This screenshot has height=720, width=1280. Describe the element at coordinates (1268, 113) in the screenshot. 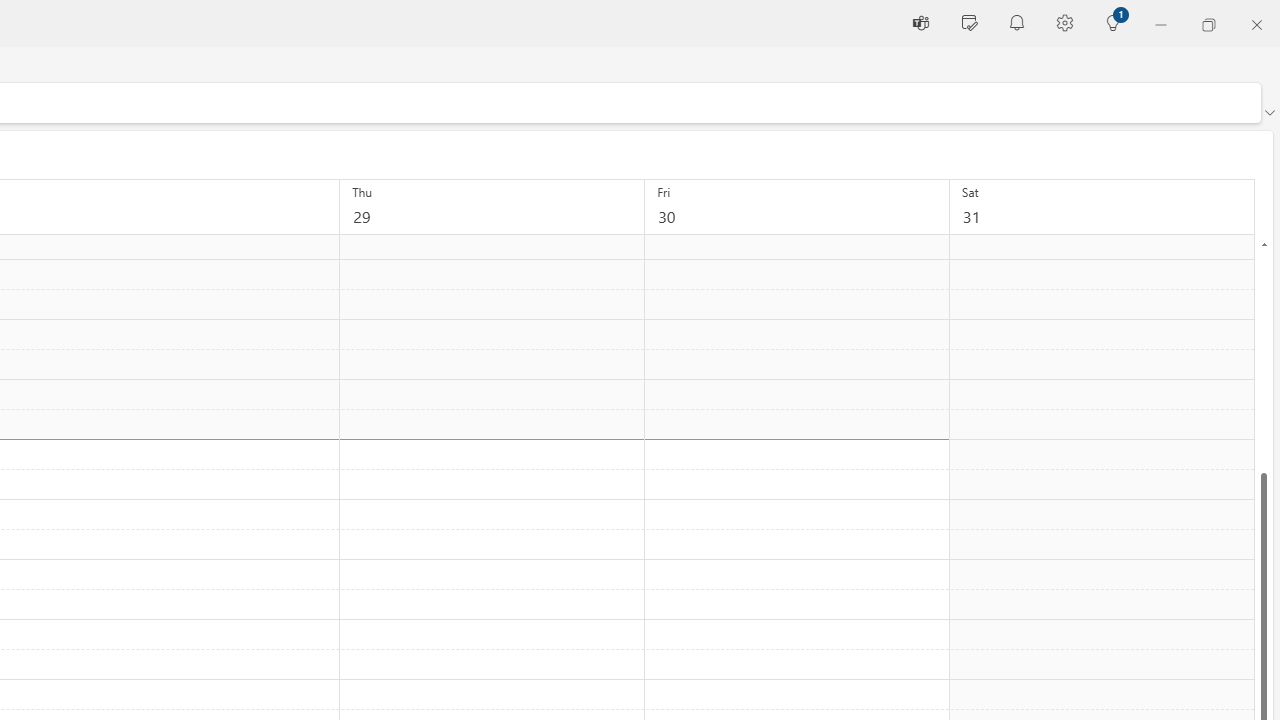

I see `'Ribbon display options'` at that location.